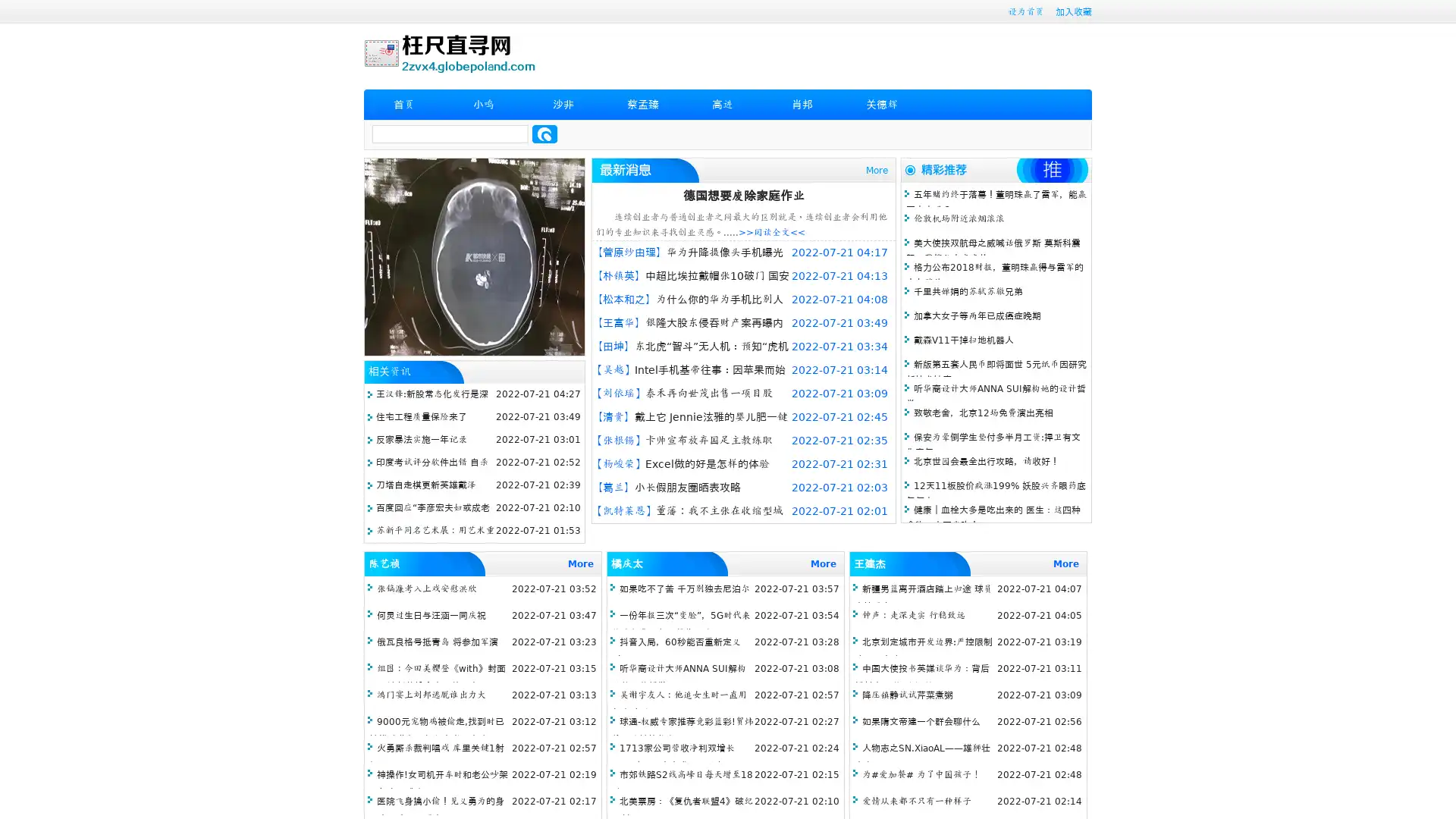 This screenshot has height=819, width=1456. I want to click on Search, so click(544, 133).